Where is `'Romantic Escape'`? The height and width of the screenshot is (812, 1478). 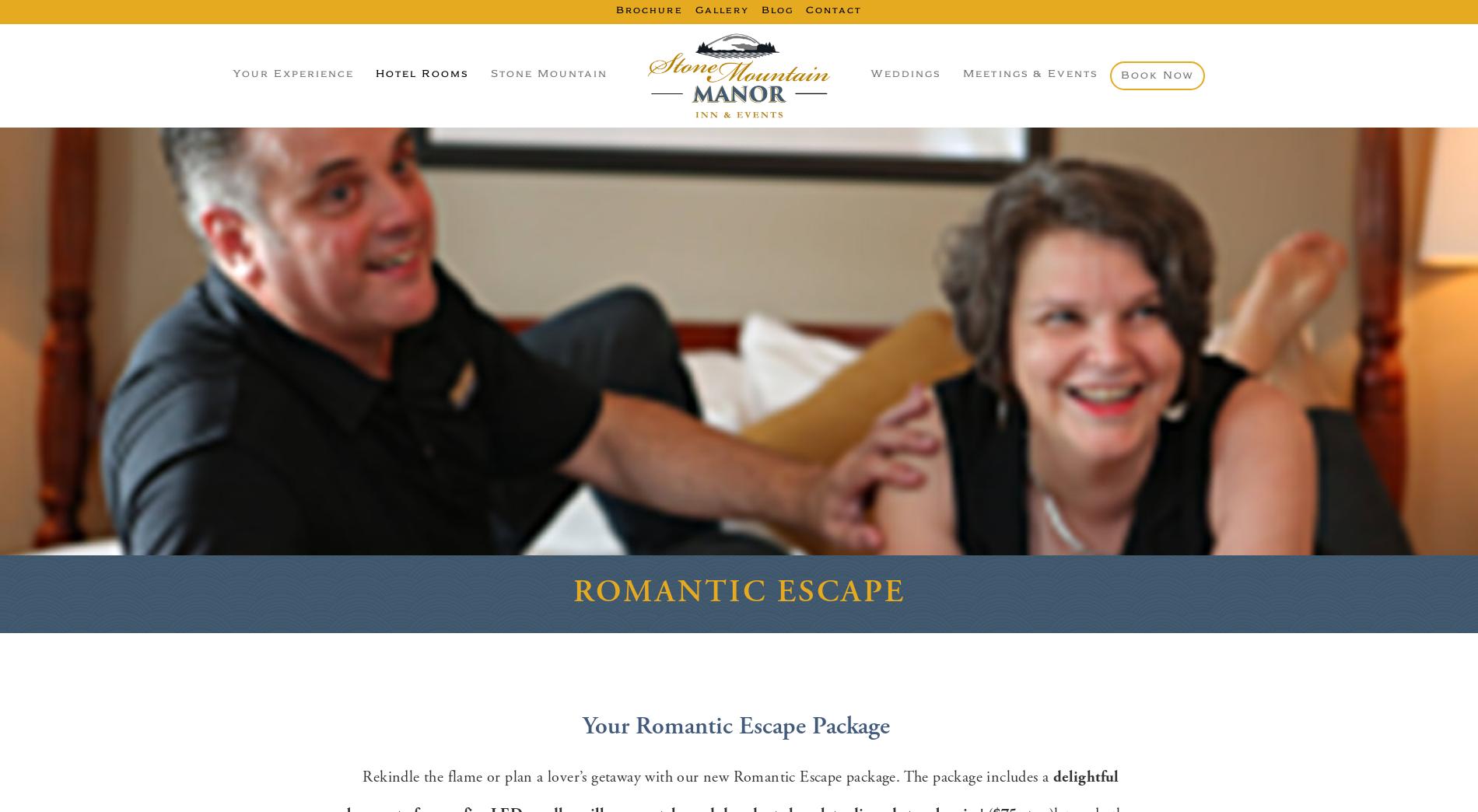 'Romantic Escape' is located at coordinates (737, 591).